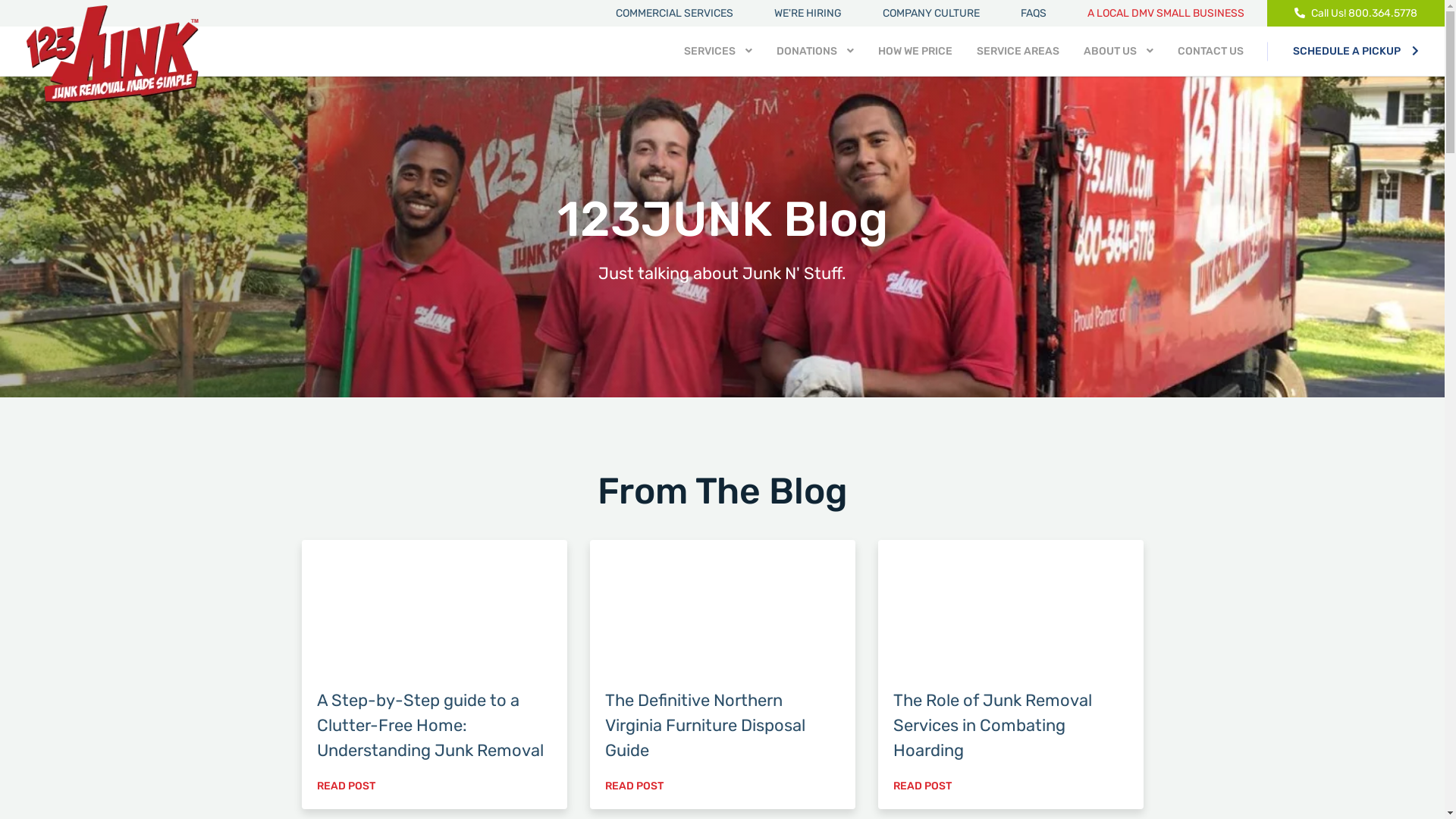  What do you see at coordinates (1018, 50) in the screenshot?
I see `'SERVICE AREAS'` at bounding box center [1018, 50].